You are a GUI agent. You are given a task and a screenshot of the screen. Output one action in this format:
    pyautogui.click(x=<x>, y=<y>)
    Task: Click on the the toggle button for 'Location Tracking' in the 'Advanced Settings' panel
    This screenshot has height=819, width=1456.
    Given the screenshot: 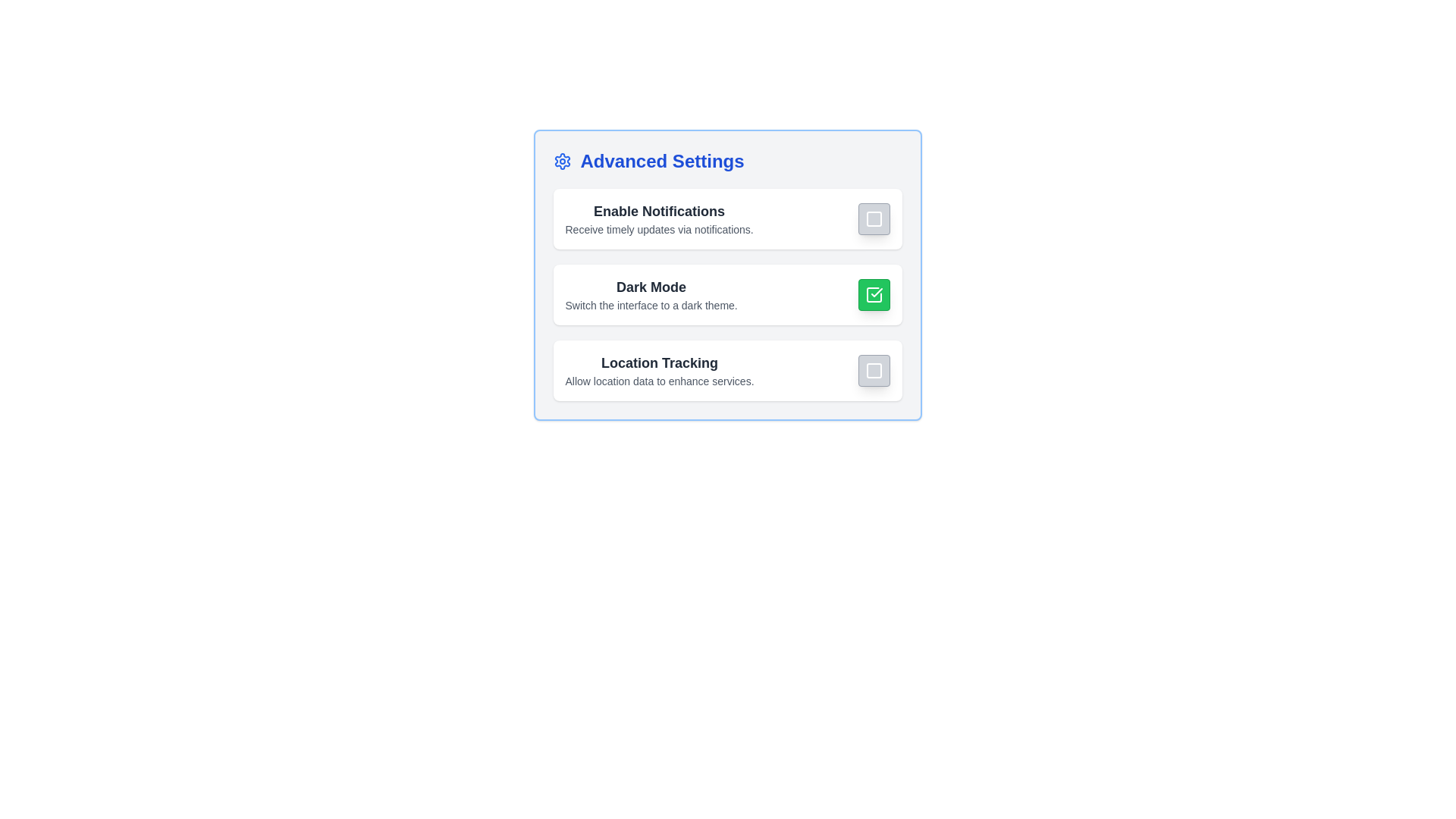 What is the action you would take?
    pyautogui.click(x=874, y=371)
    